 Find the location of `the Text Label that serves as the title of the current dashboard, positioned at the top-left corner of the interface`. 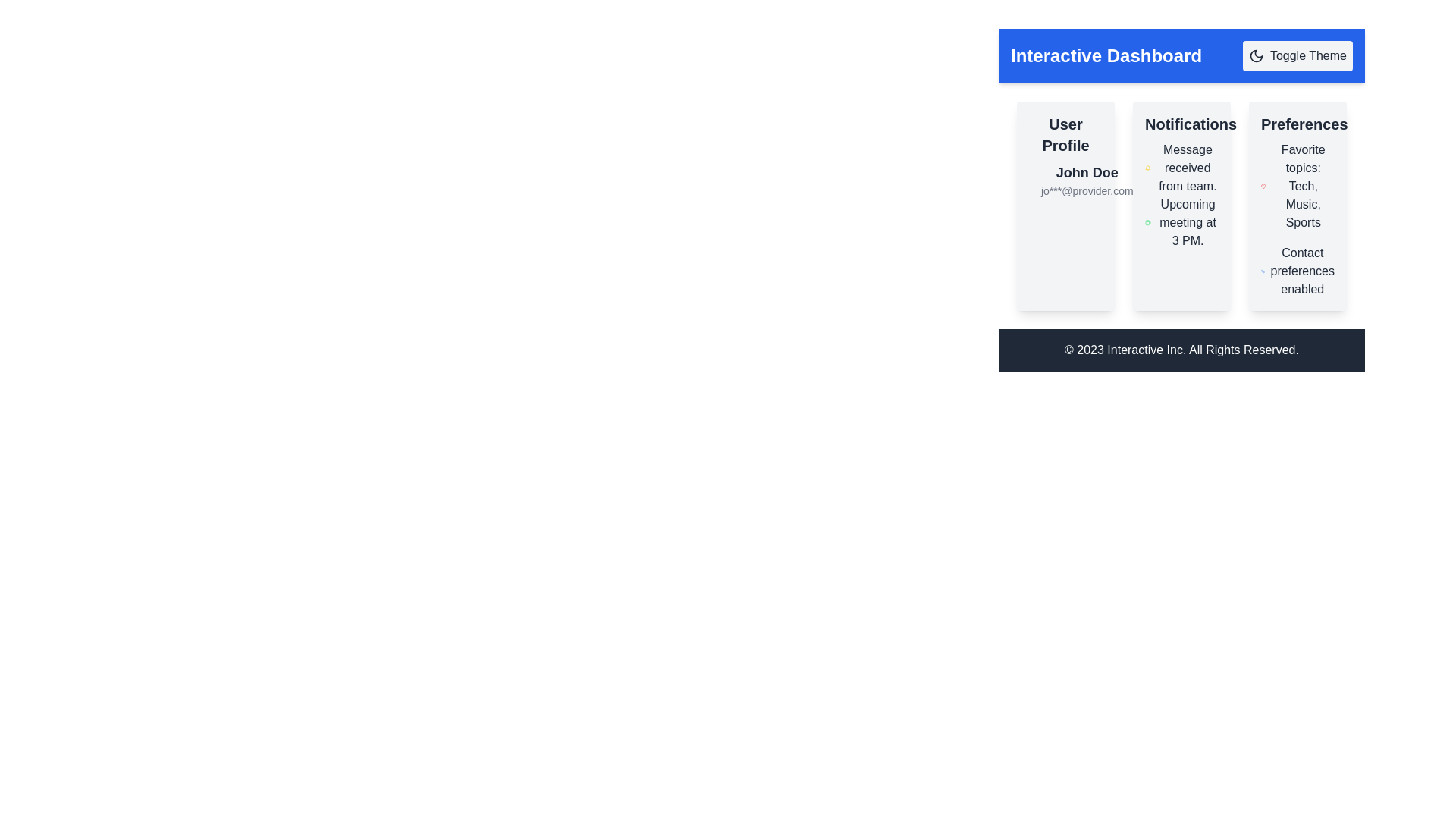

the Text Label that serves as the title of the current dashboard, positioned at the top-left corner of the interface is located at coordinates (1106, 55).